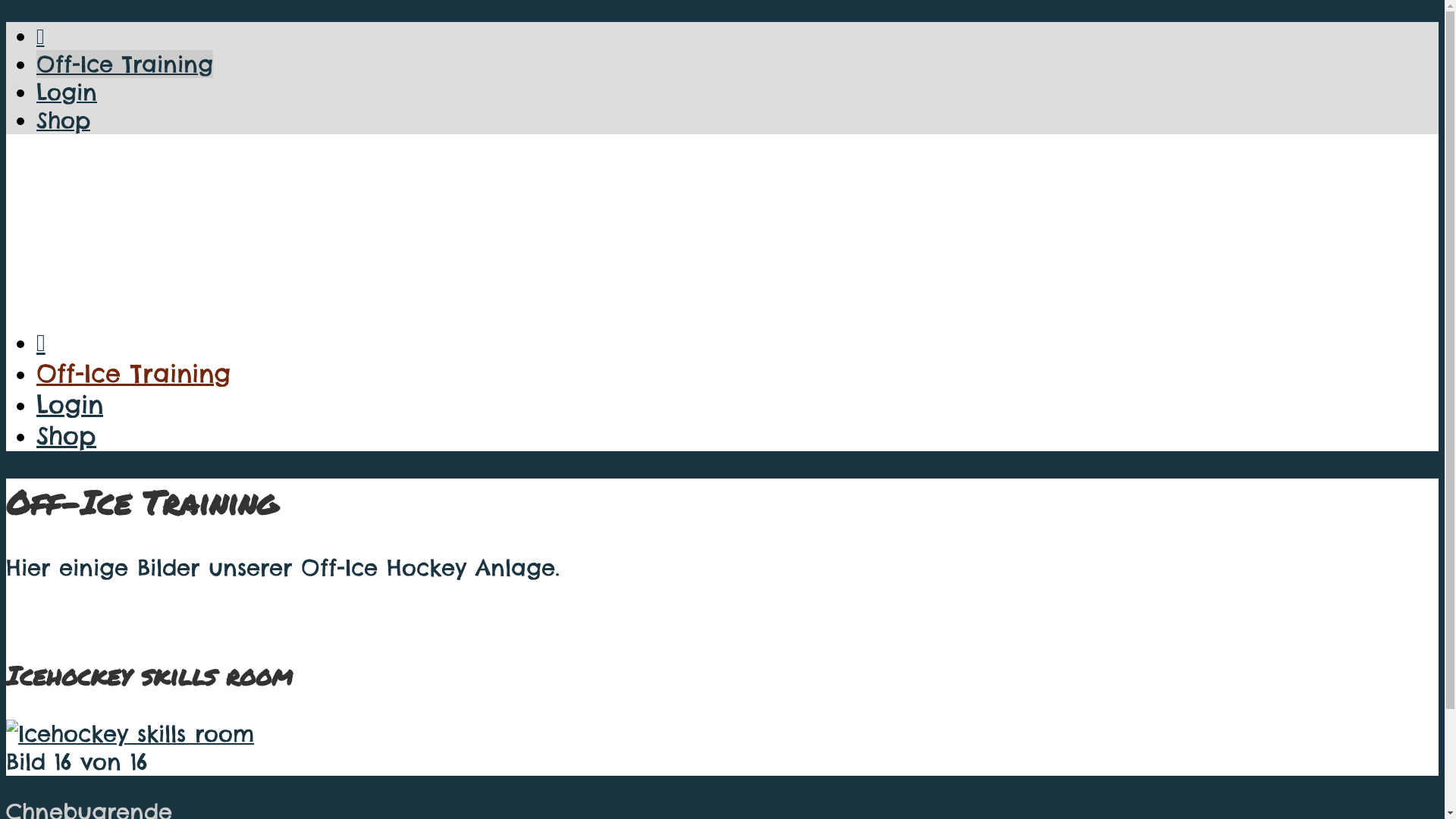 This screenshot has width=1456, height=819. What do you see at coordinates (130, 733) in the screenshot?
I see `' '` at bounding box center [130, 733].